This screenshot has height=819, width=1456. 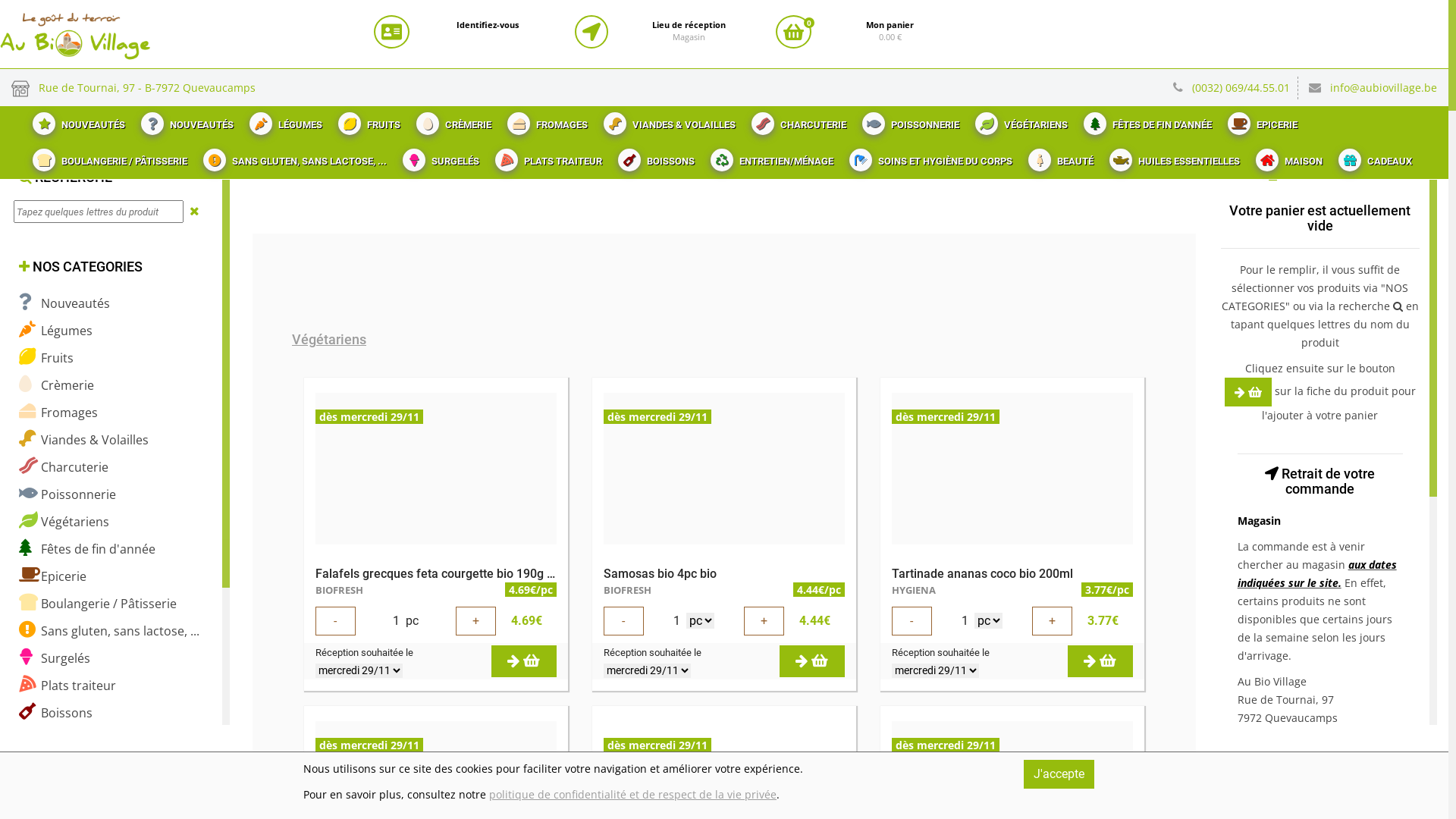 What do you see at coordinates (1383, 87) in the screenshot?
I see `'info@aubiovillage.be'` at bounding box center [1383, 87].